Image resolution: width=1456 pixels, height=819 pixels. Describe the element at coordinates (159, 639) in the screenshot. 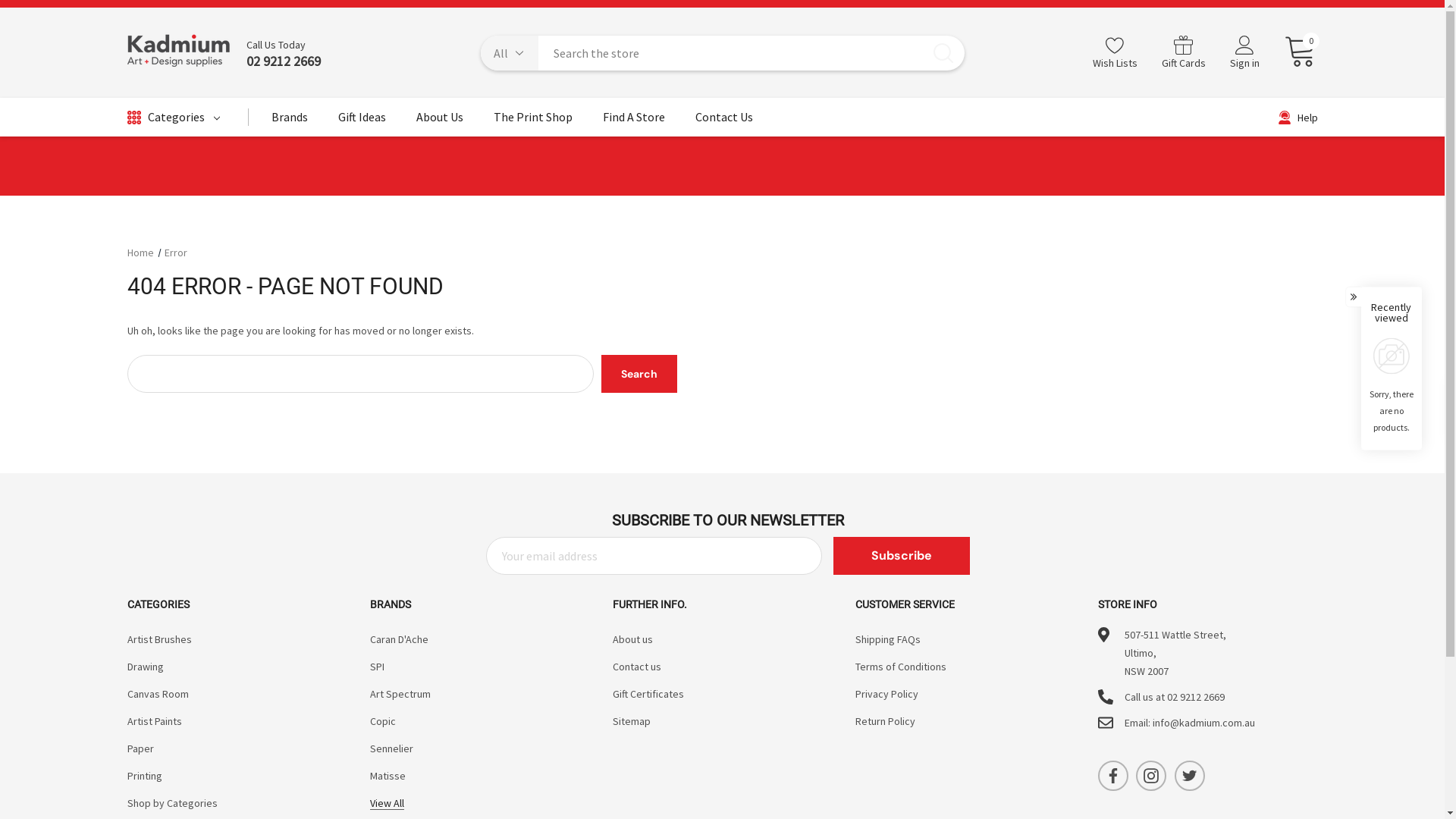

I see `'Artist Brushes'` at that location.